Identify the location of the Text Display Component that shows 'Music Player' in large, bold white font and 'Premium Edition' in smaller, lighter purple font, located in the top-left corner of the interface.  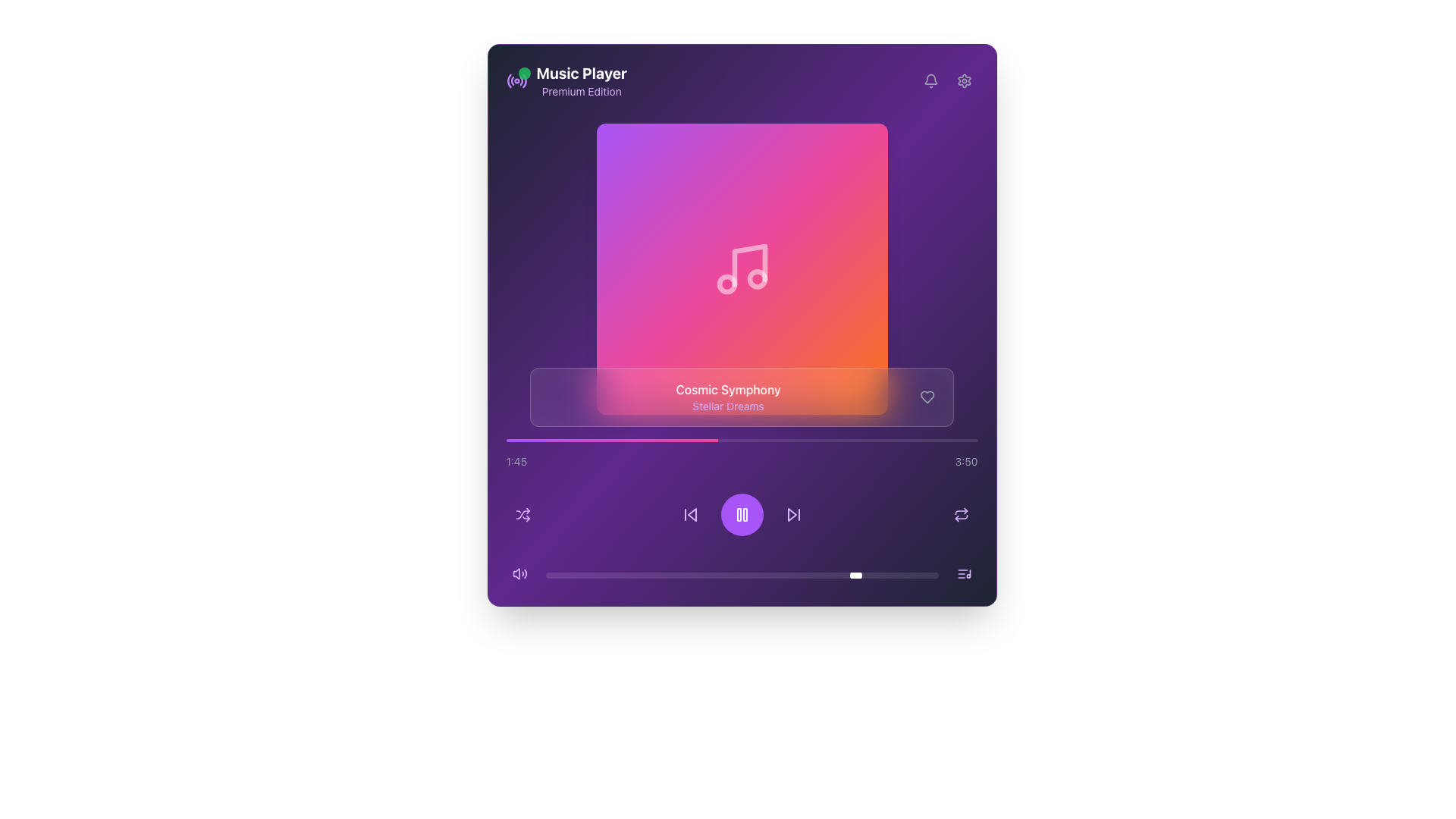
(581, 81).